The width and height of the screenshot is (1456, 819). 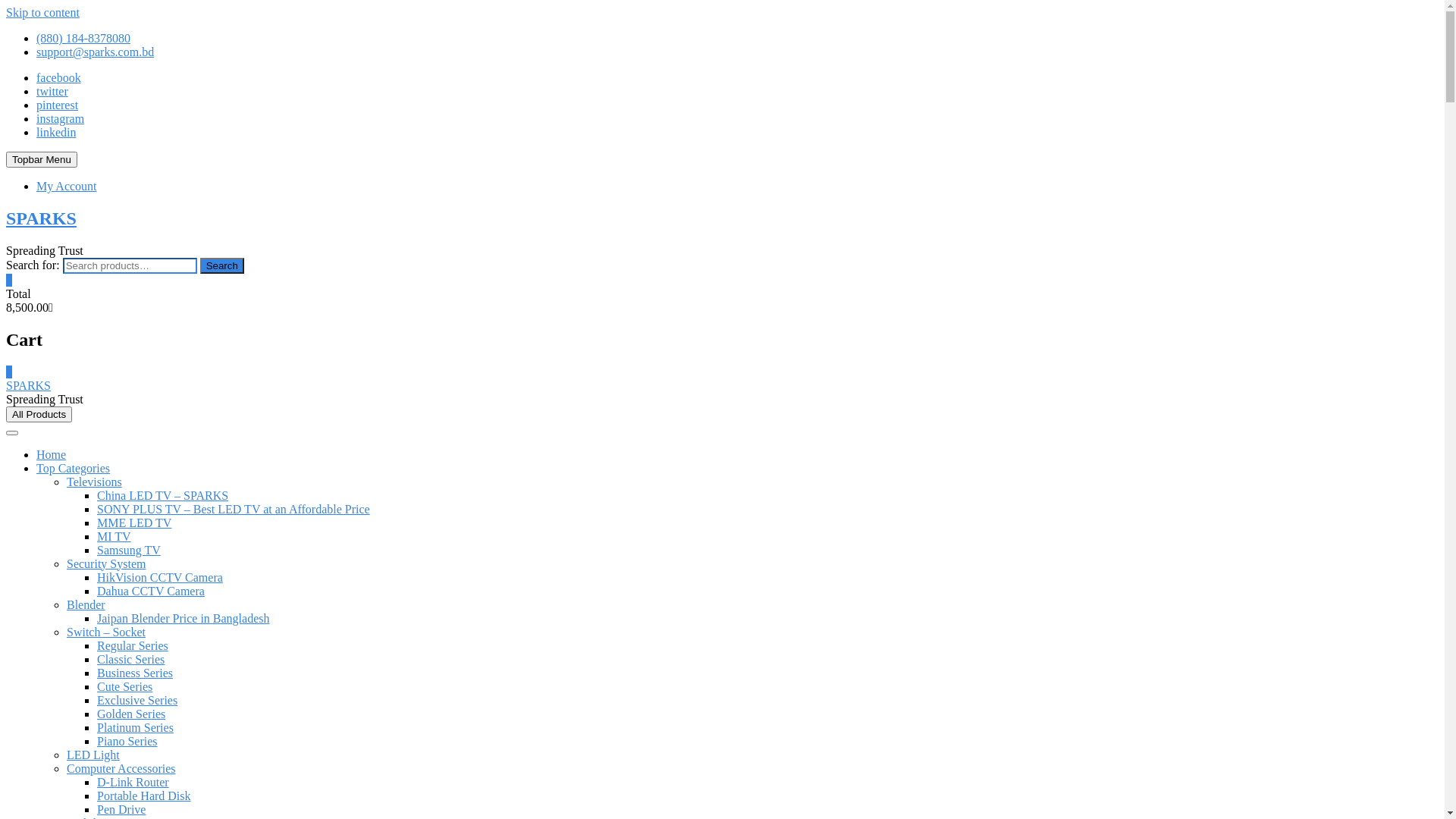 What do you see at coordinates (124, 686) in the screenshot?
I see `'Cute Series'` at bounding box center [124, 686].